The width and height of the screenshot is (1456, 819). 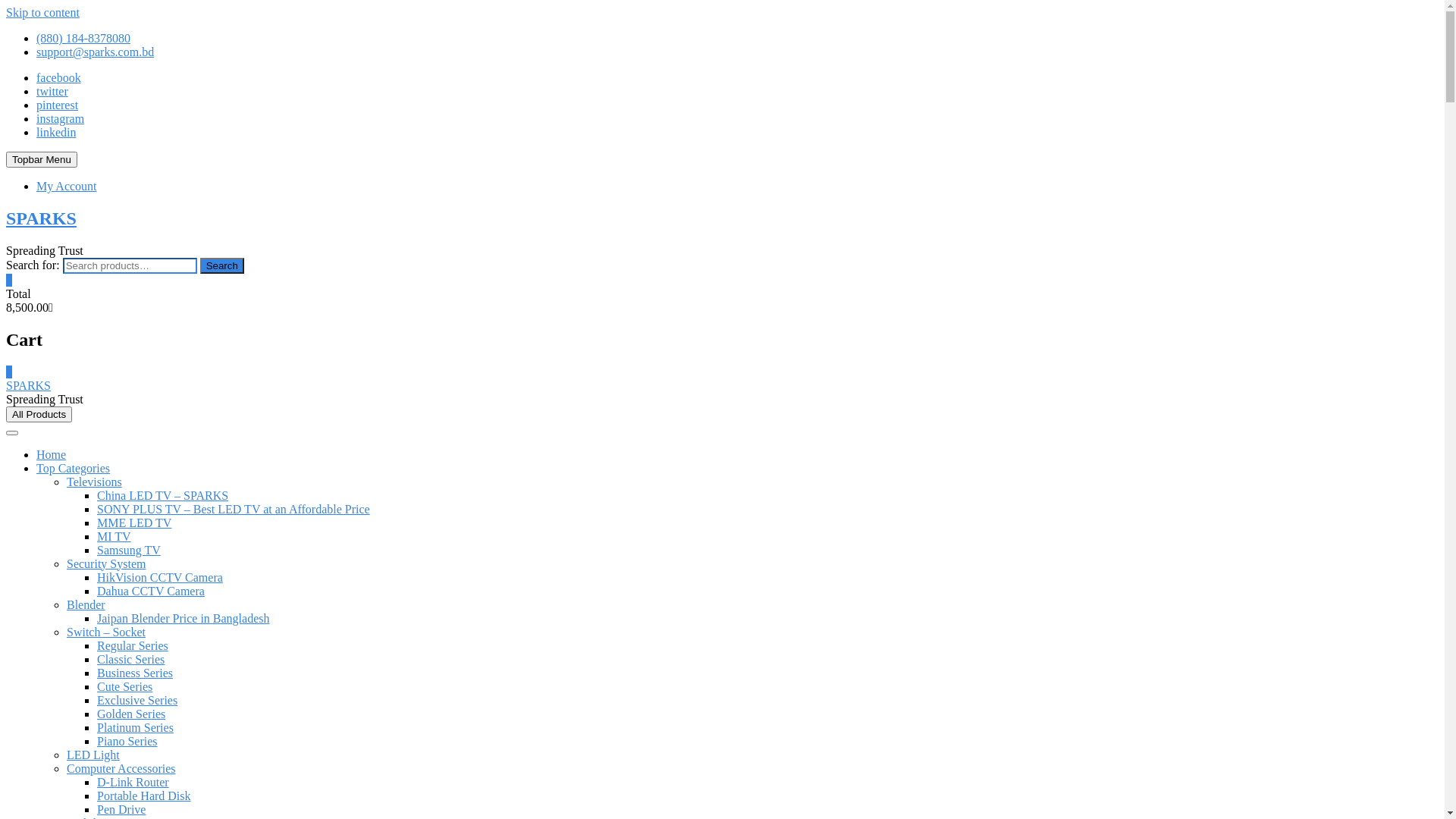 What do you see at coordinates (124, 686) in the screenshot?
I see `'Cute Series'` at bounding box center [124, 686].